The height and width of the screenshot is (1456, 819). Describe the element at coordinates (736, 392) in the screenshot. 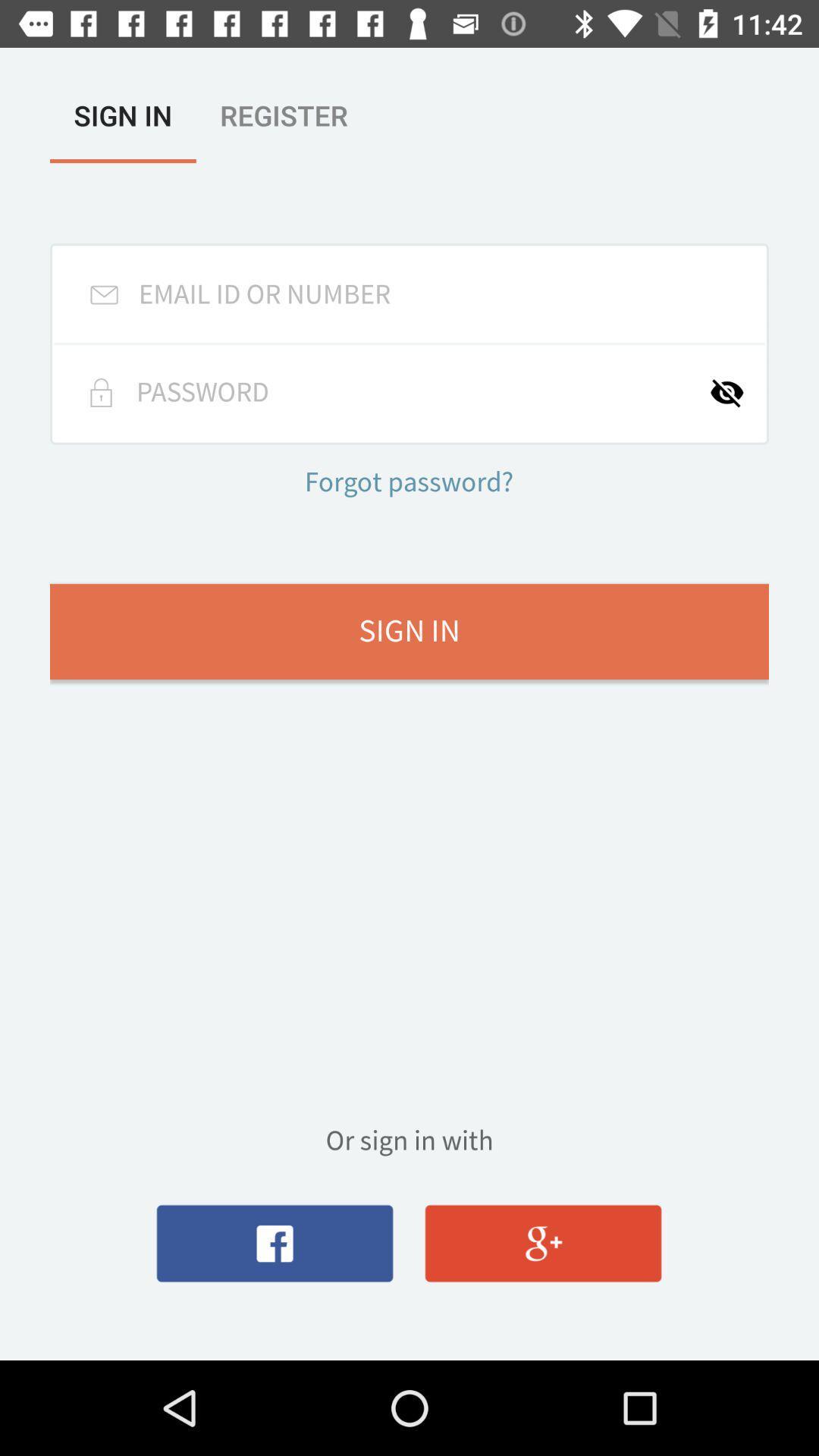

I see `item at the top right corner` at that location.